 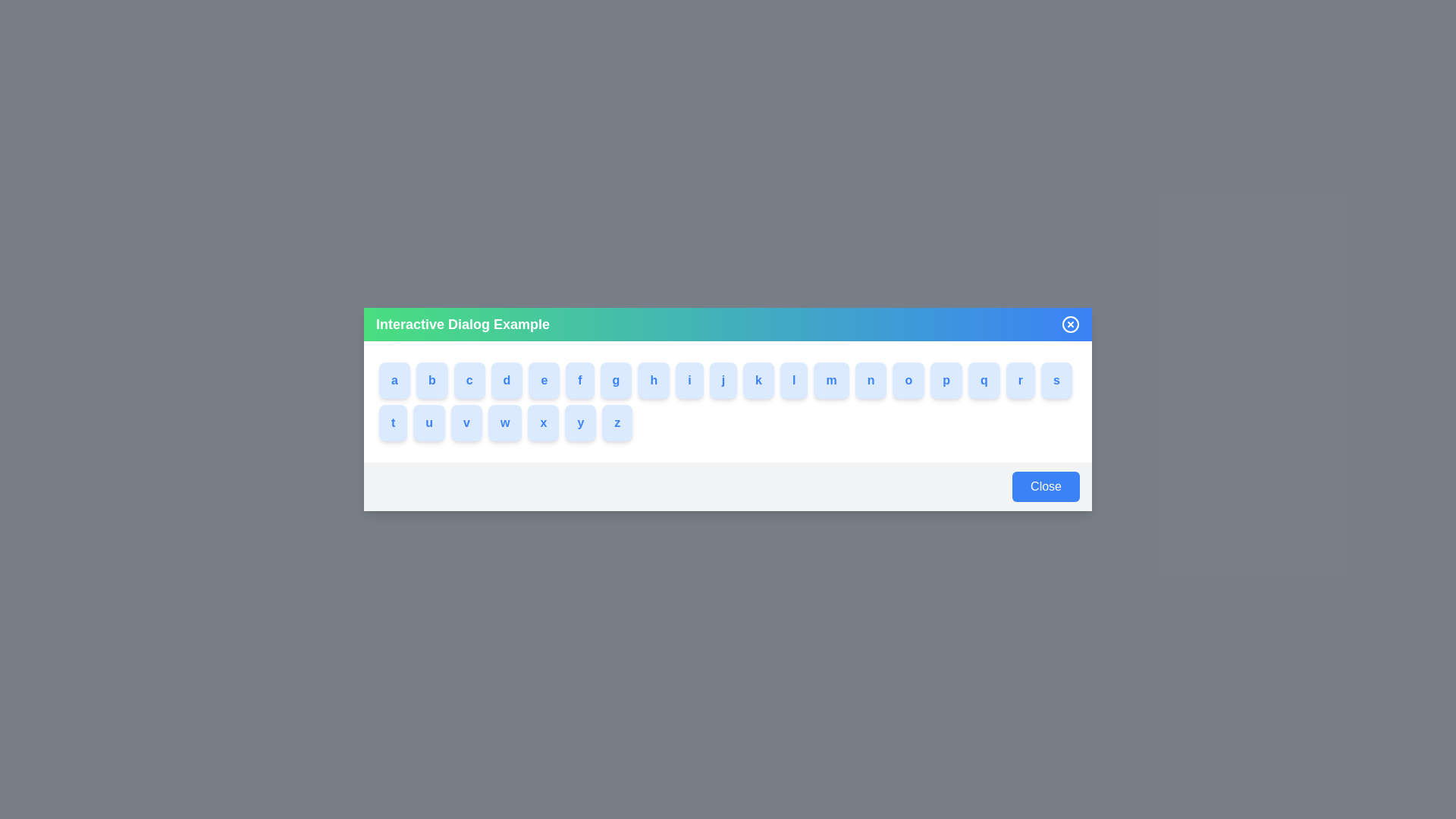 What do you see at coordinates (1076, 379) in the screenshot?
I see `the button labeled with s` at bounding box center [1076, 379].